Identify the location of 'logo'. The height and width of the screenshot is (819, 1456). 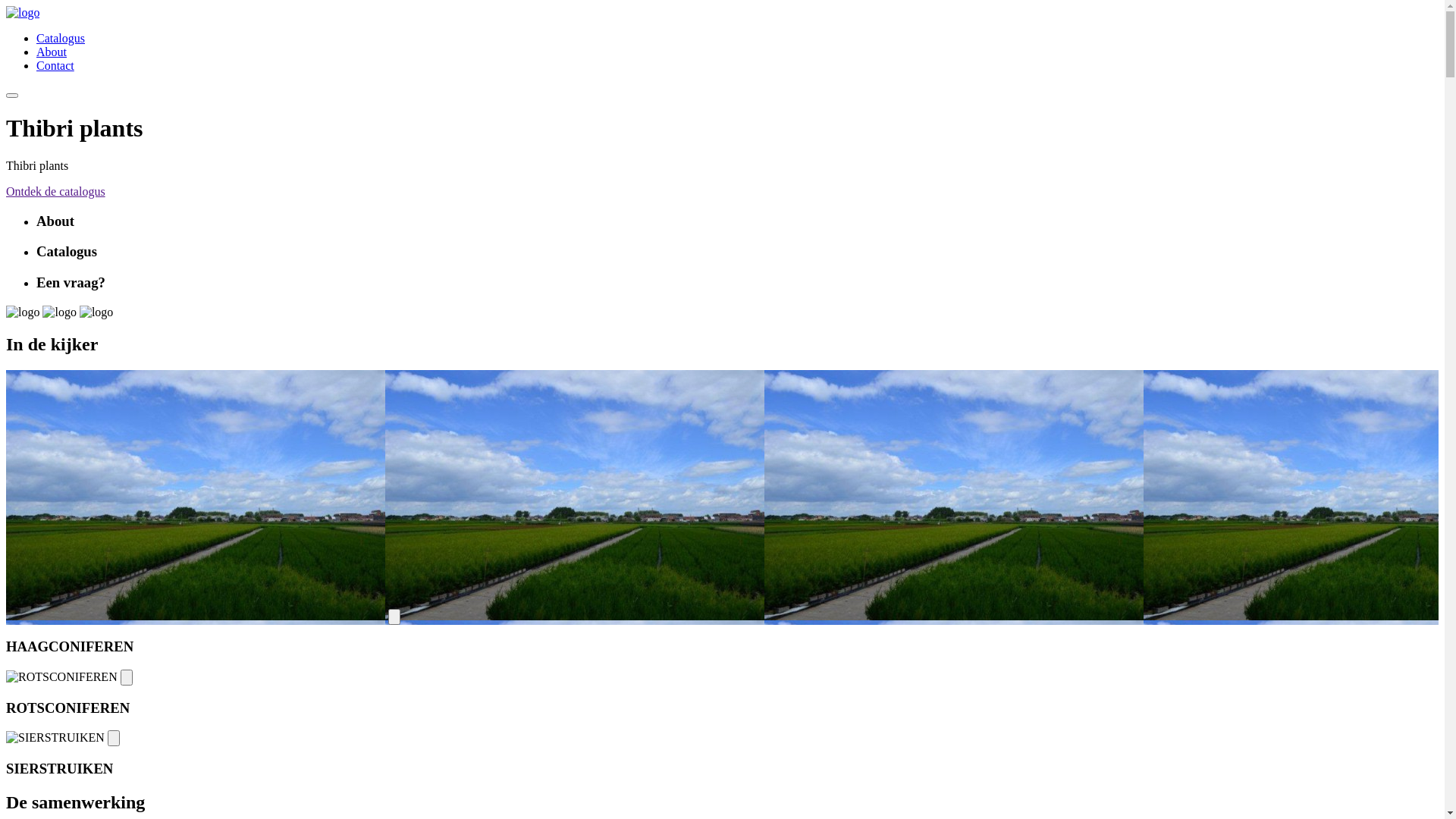
(22, 312).